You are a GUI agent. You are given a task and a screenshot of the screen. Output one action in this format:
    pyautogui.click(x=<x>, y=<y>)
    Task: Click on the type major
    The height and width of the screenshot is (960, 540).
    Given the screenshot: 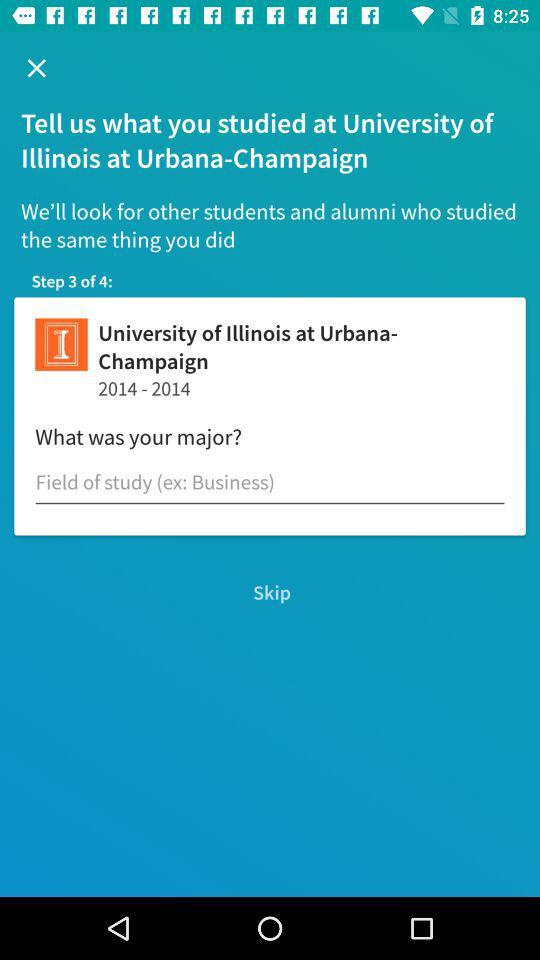 What is the action you would take?
    pyautogui.click(x=270, y=481)
    